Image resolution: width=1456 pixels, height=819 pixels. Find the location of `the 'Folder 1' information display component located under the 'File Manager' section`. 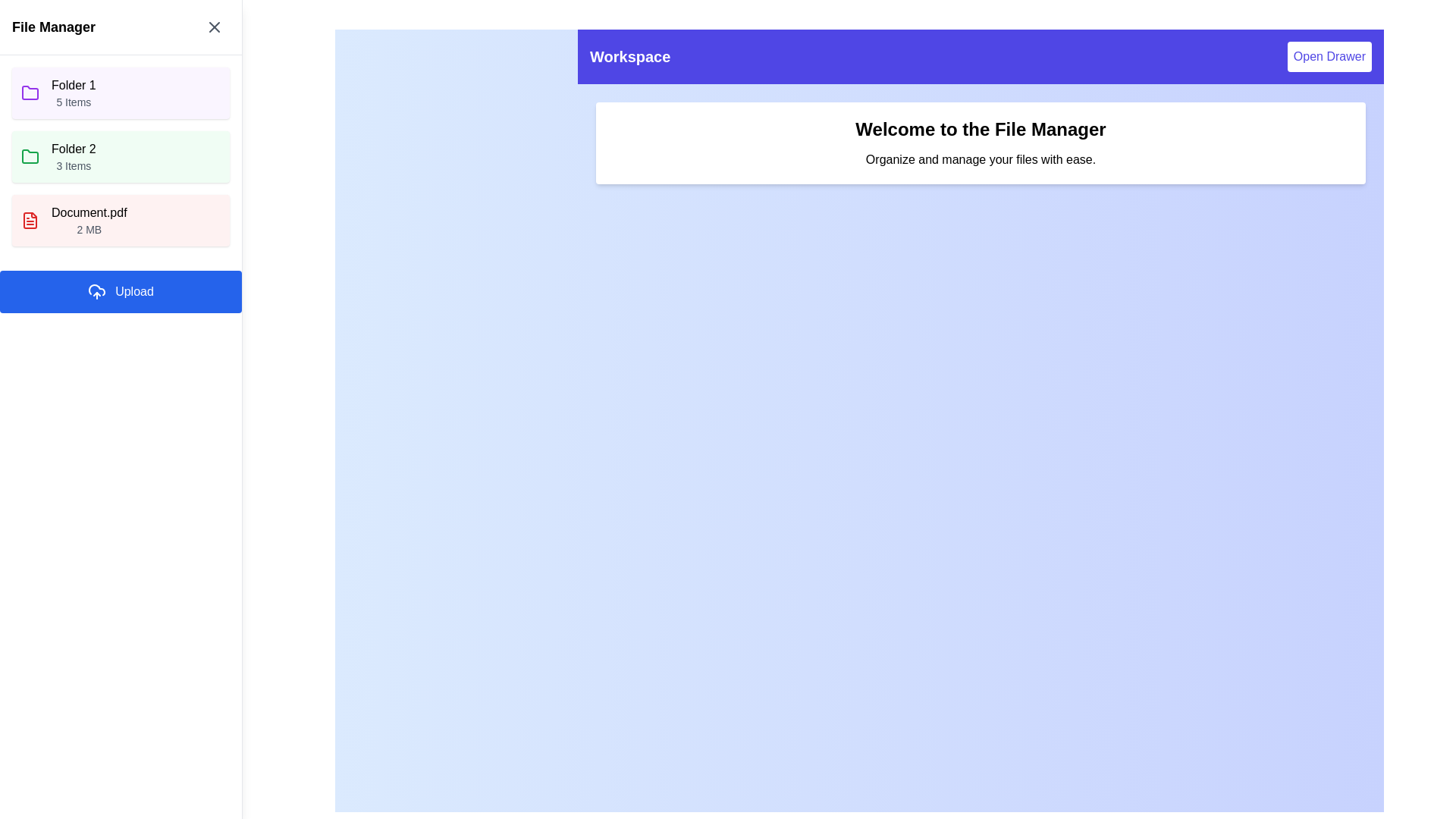

the 'Folder 1' information display component located under the 'File Manager' section is located at coordinates (73, 93).